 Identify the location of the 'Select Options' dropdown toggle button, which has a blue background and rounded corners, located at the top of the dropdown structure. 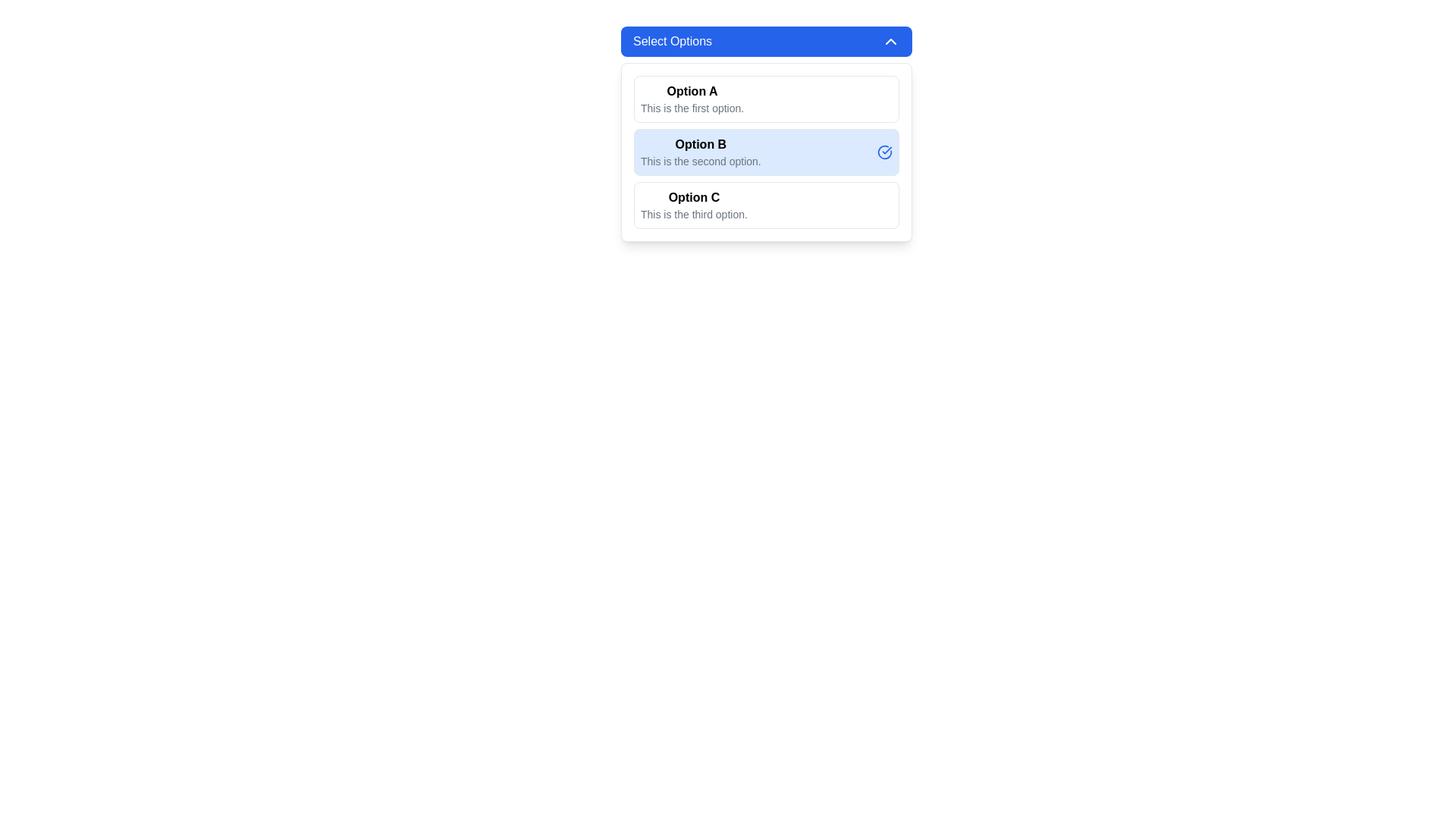
(767, 40).